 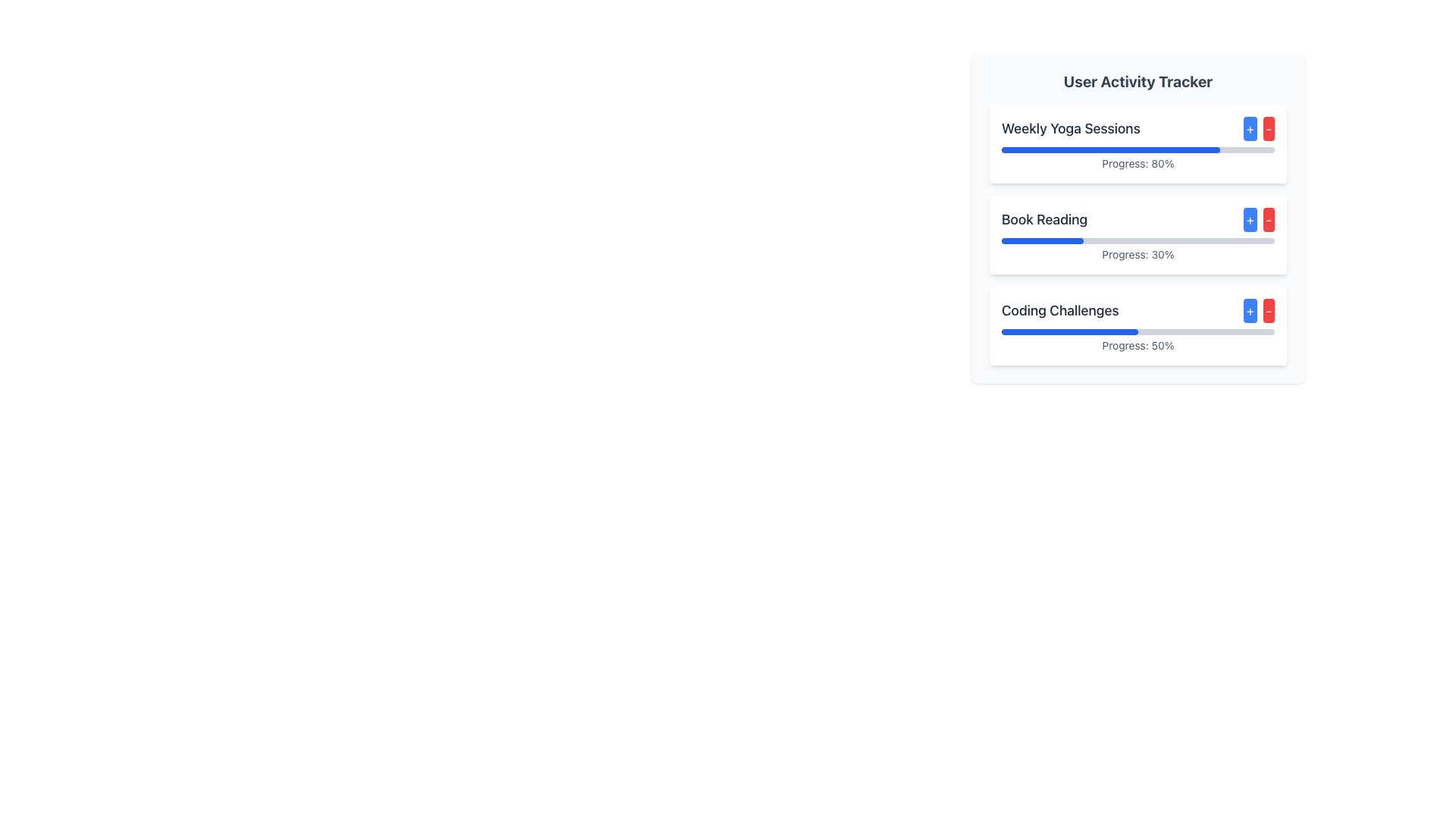 What do you see at coordinates (1043, 219) in the screenshot?
I see `the text label that serves as the title for the 'Book Reading' activity within the 'User Activity Tracker' card` at bounding box center [1043, 219].